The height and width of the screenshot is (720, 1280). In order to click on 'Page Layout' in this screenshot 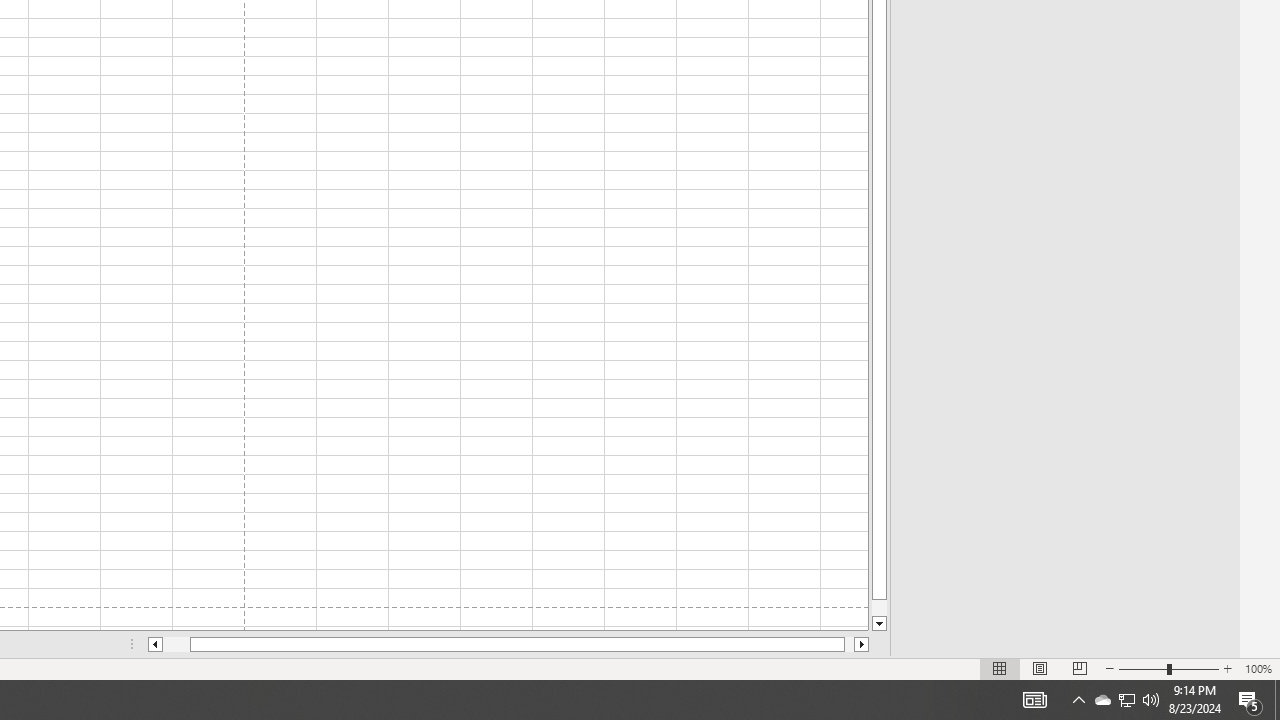, I will do `click(1040, 669)`.